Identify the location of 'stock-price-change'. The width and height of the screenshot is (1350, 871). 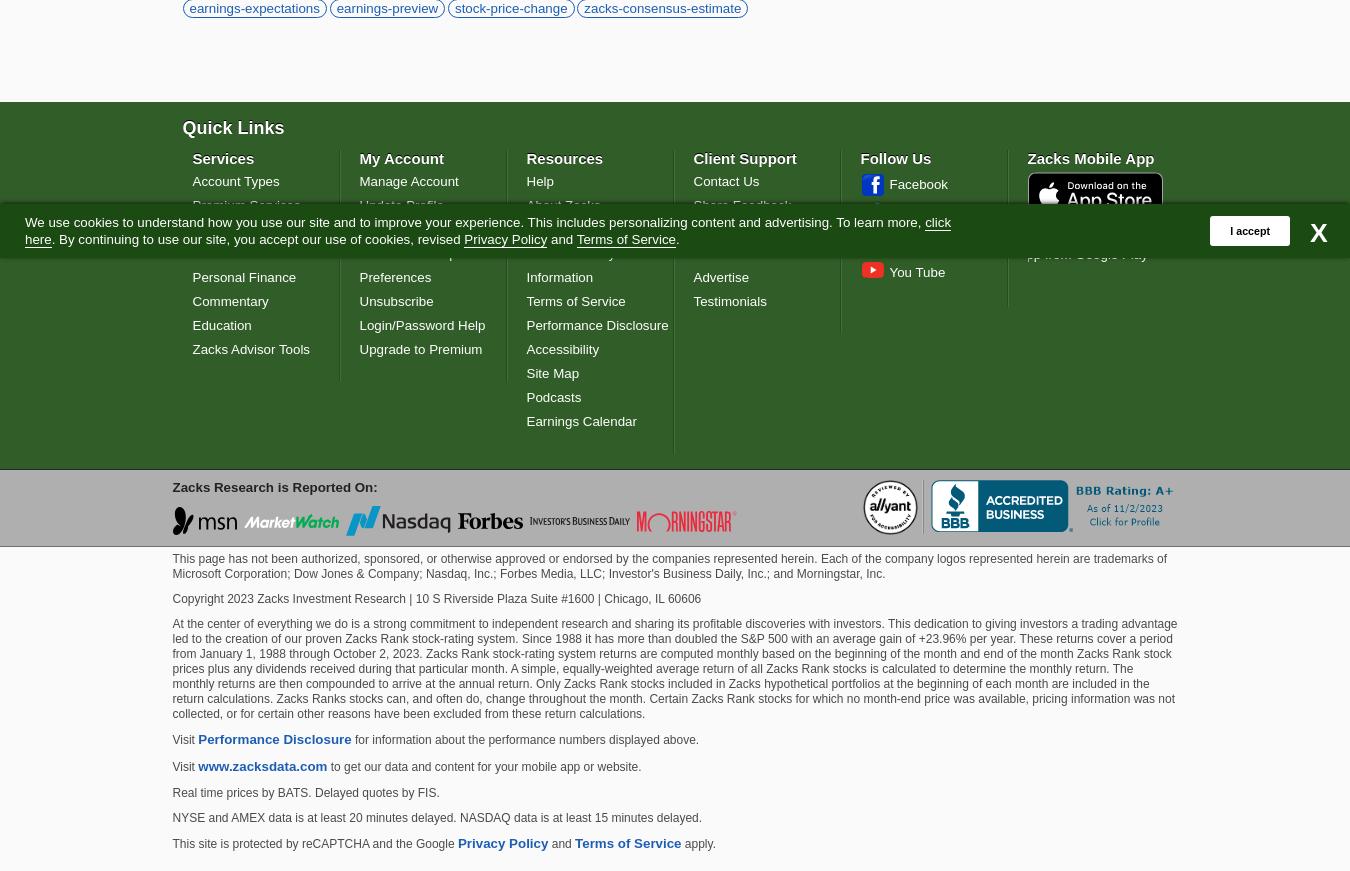
(509, 7).